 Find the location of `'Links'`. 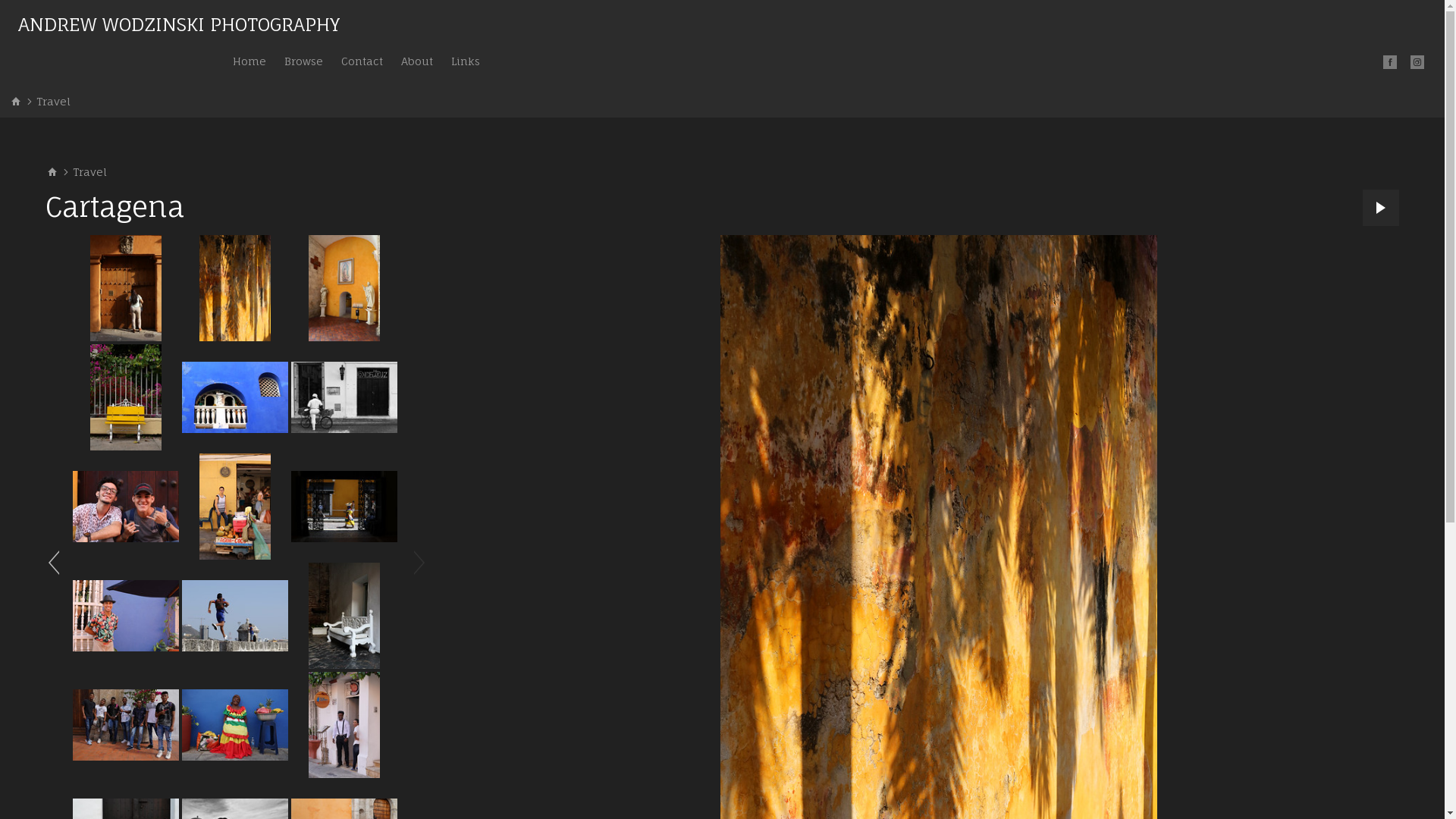

'Links' is located at coordinates (465, 60).